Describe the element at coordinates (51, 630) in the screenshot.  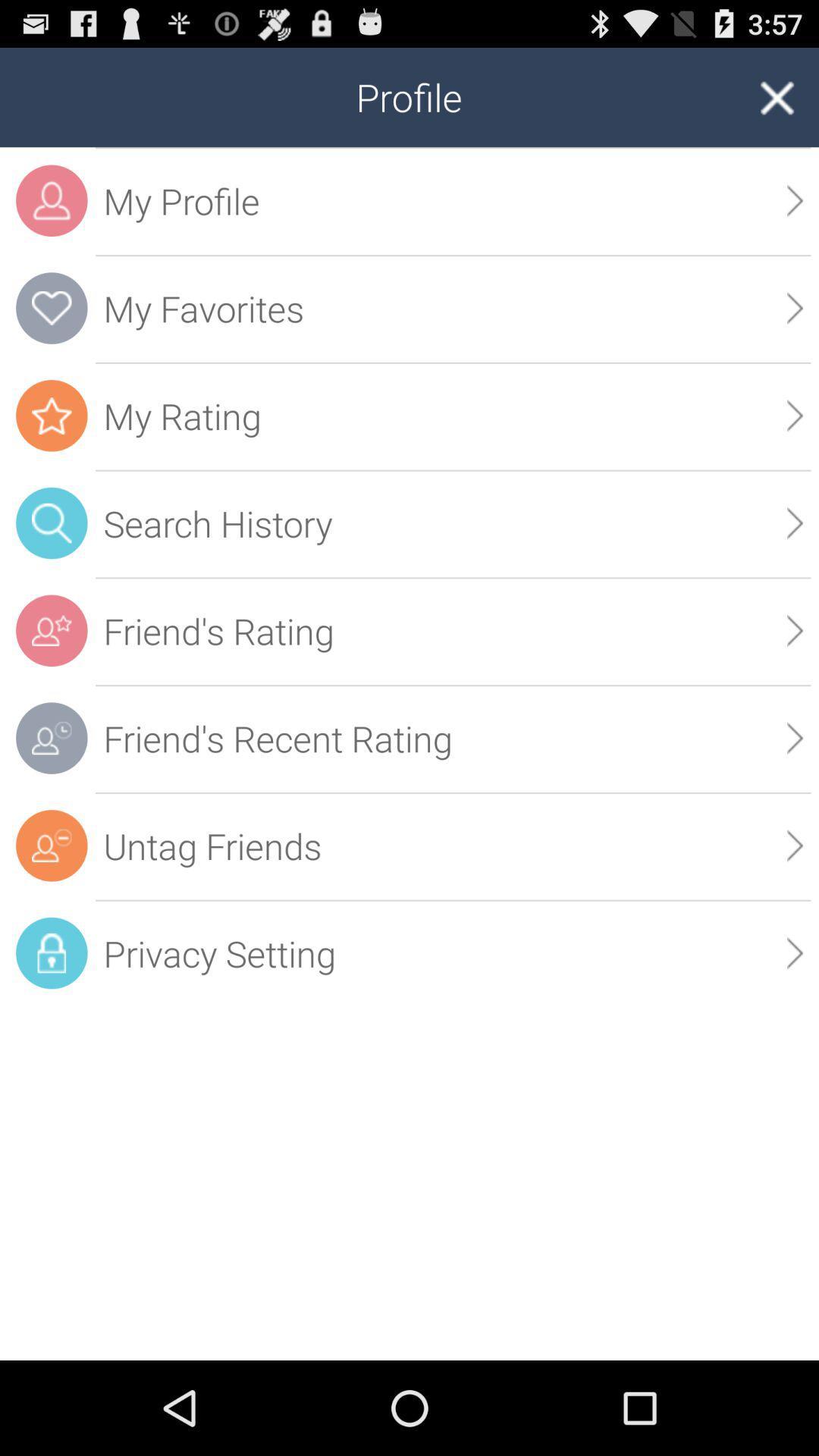
I see `the icon which is left to the friends rating` at that location.